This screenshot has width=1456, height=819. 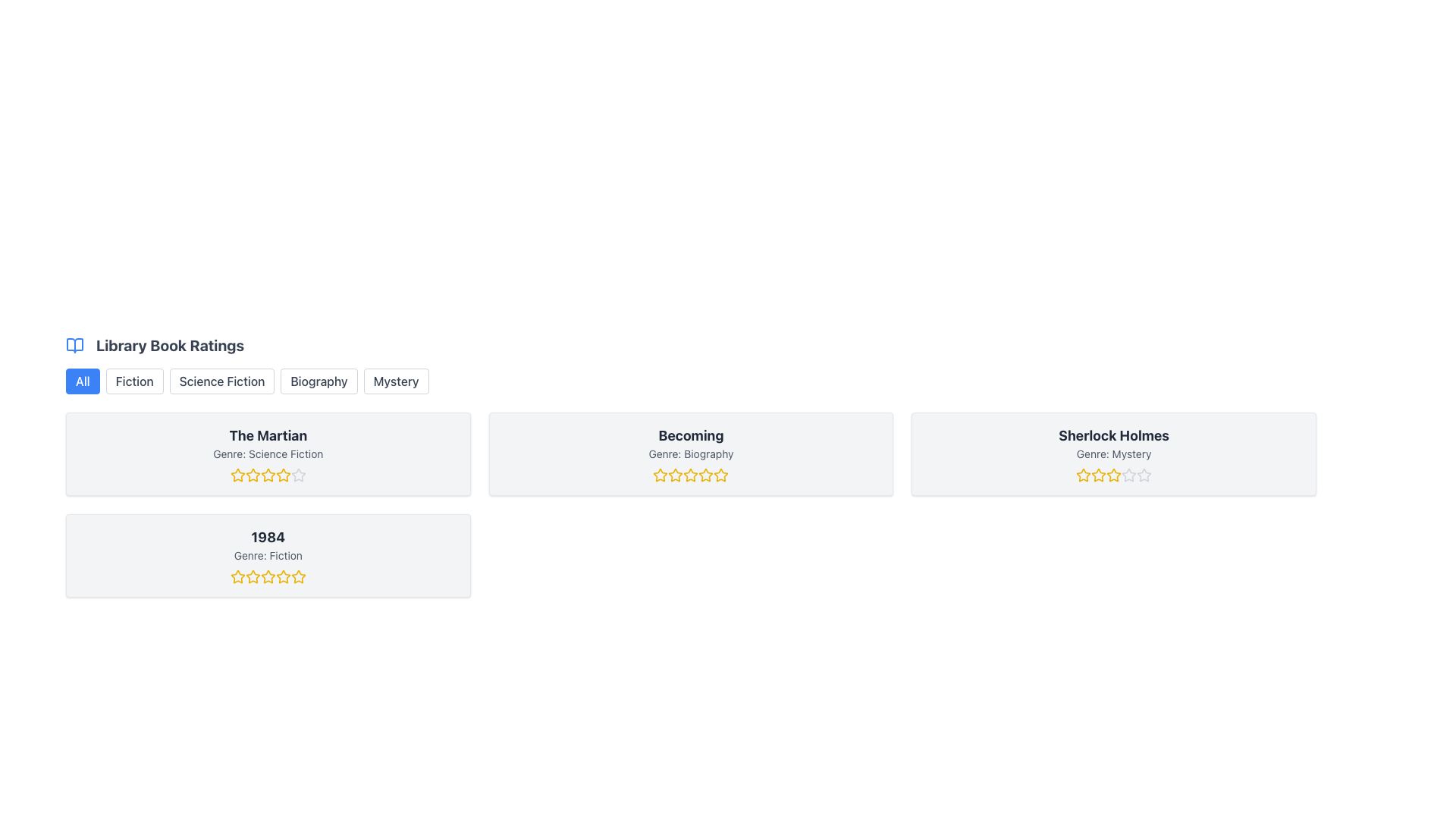 I want to click on the third Rating Star icon in the five-star rating system for the book 'Becoming' in the Biography genre, so click(x=720, y=474).